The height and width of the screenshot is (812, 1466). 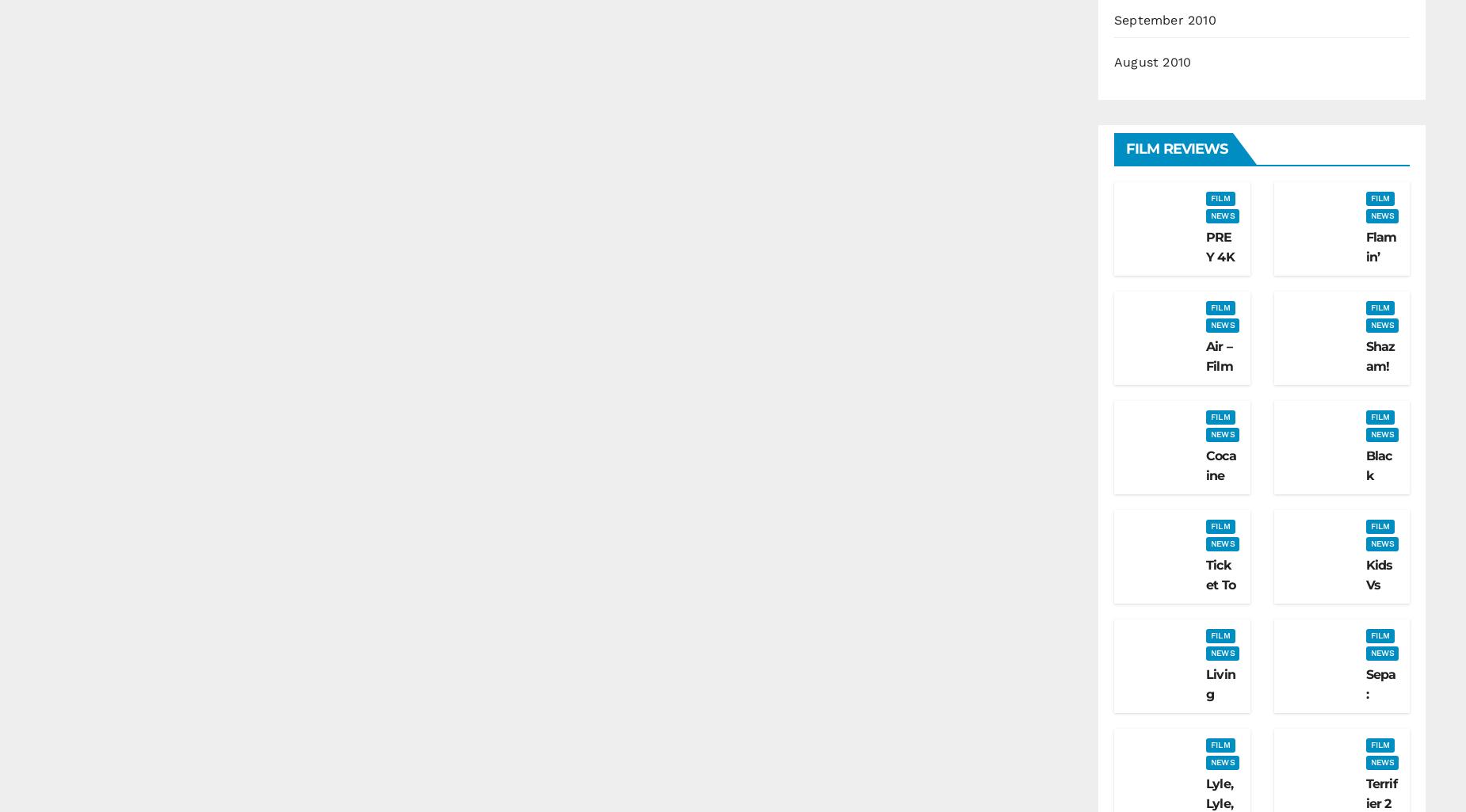 What do you see at coordinates (1220, 286) in the screenshot?
I see `'PREY 4K REVIEW (2023)'` at bounding box center [1220, 286].